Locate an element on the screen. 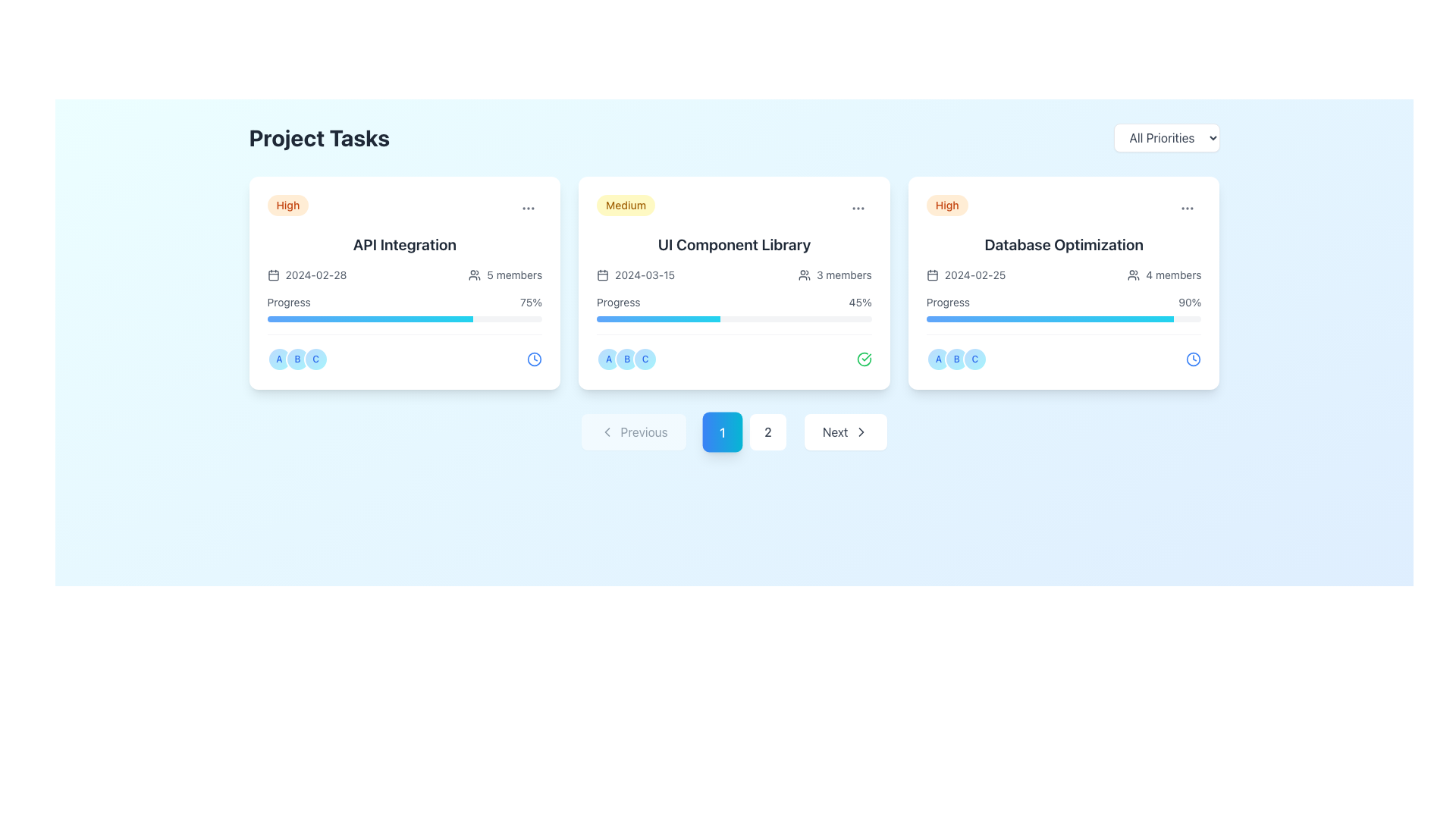  progress is located at coordinates (1131, 318).